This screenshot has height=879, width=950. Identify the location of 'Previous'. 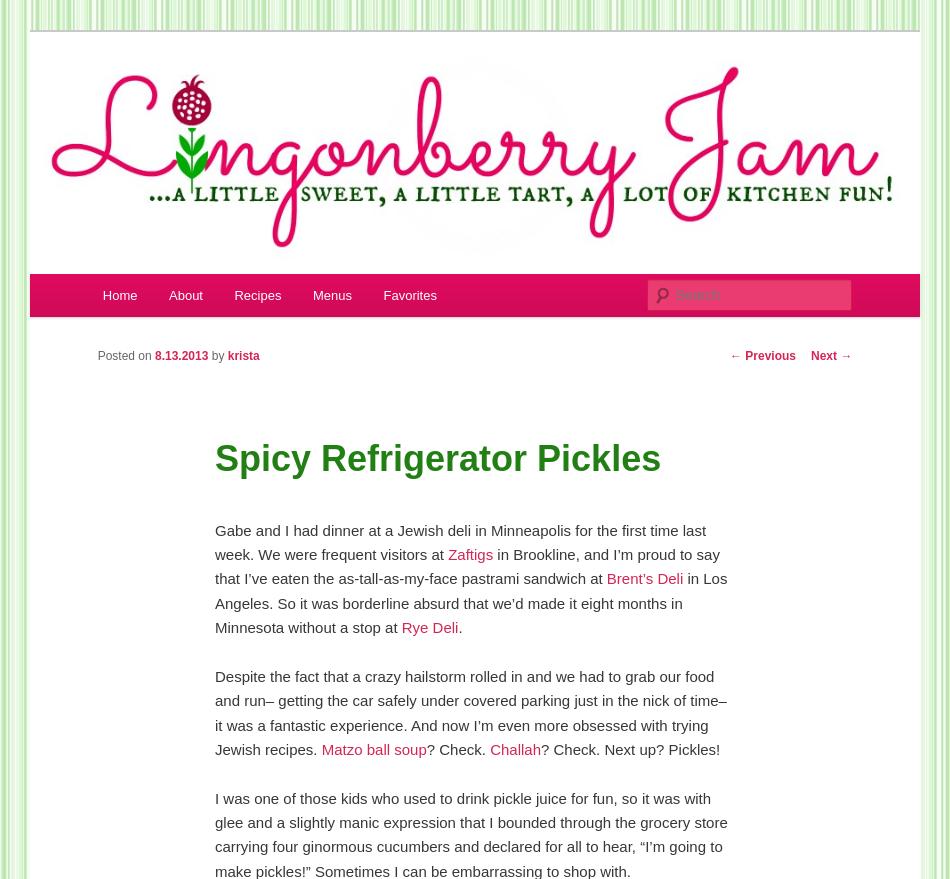
(768, 354).